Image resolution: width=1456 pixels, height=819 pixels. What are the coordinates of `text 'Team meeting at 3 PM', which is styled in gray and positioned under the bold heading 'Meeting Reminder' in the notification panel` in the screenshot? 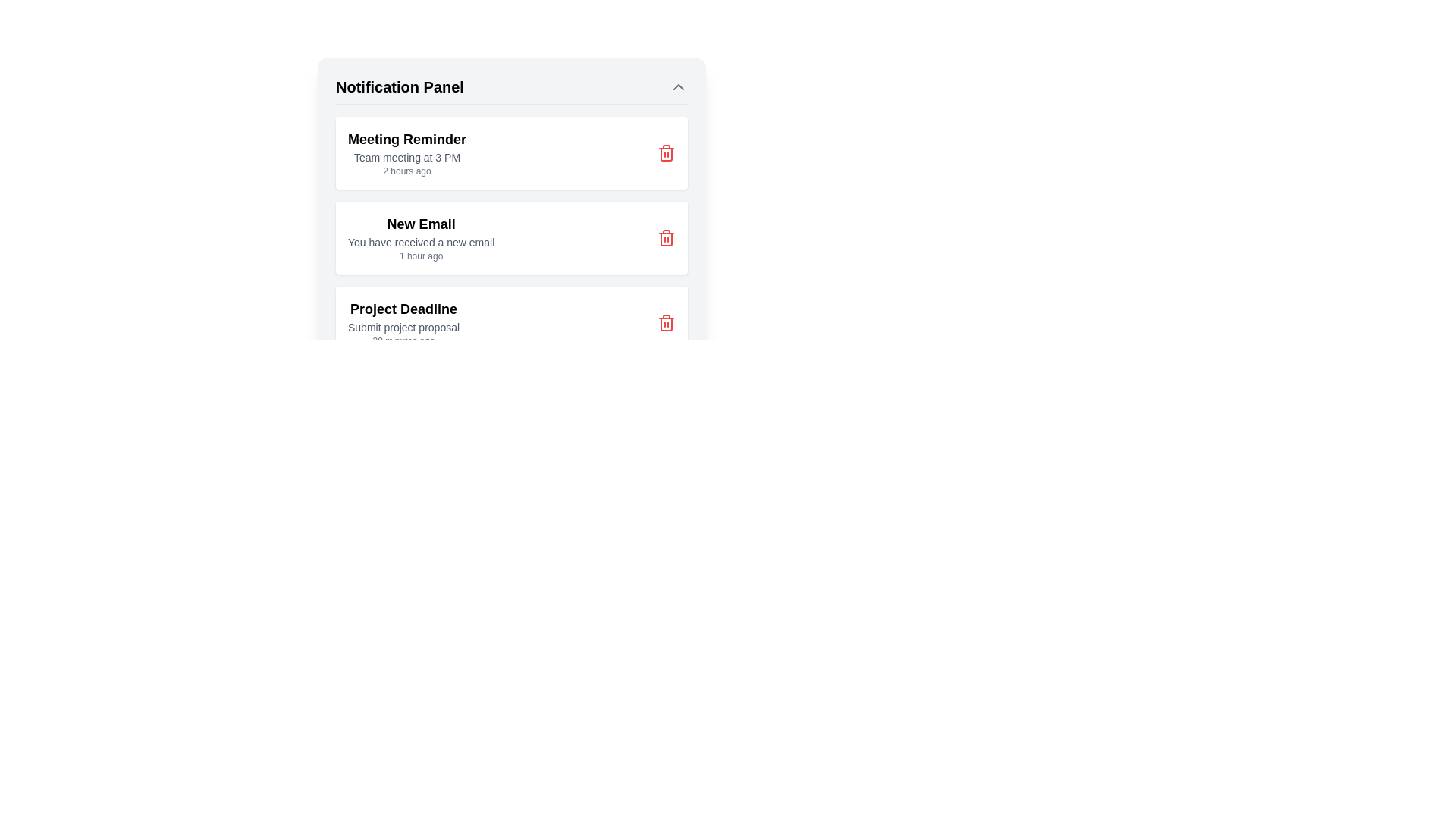 It's located at (407, 158).